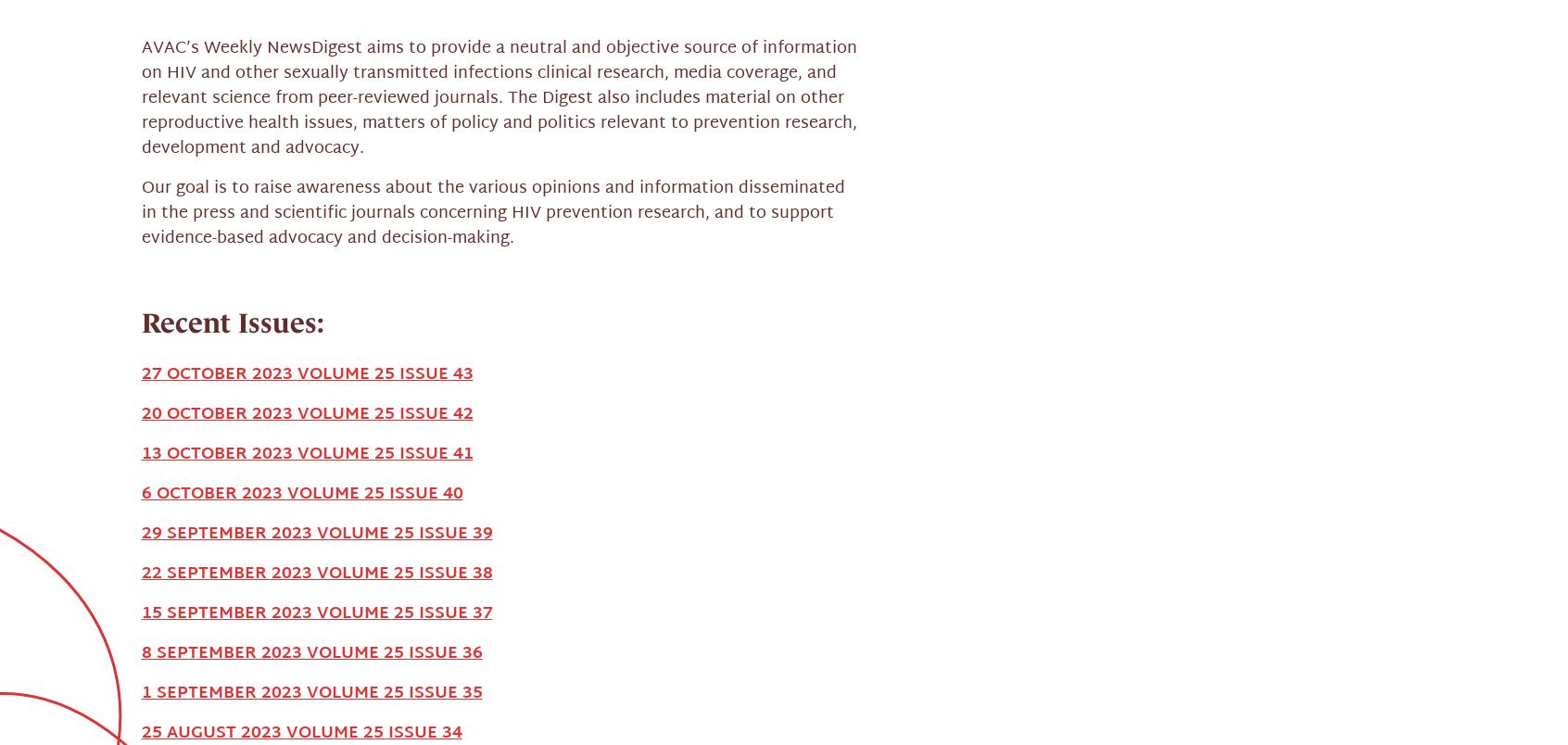  Describe the element at coordinates (305, 120) in the screenshot. I see `'13 OCTOBER 2023 VOLUME 25 ISSUE 41'` at that location.